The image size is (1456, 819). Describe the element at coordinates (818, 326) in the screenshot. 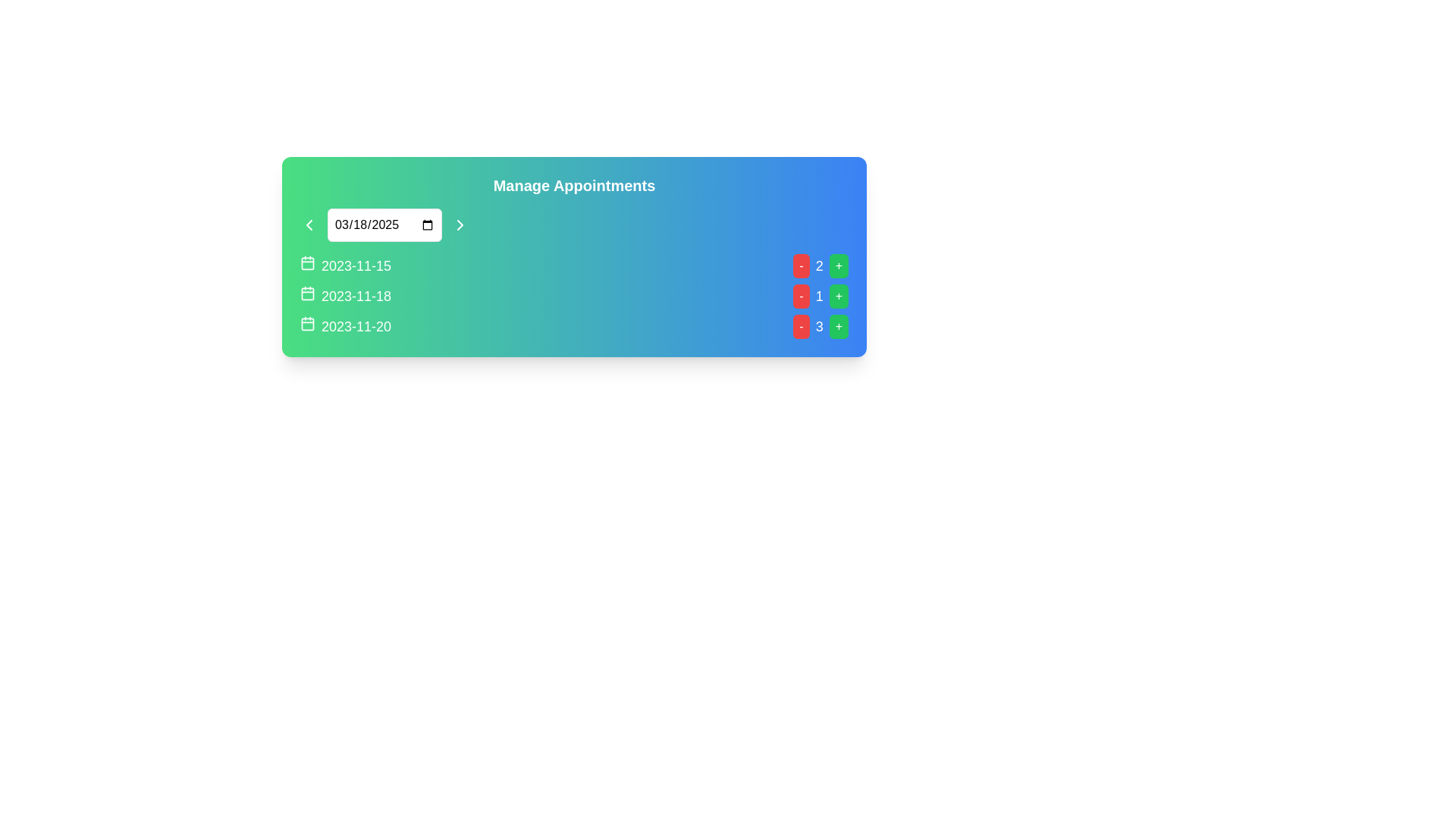

I see `the static text label displaying the number '3', which is centrally aligned between the decrement button '-' and the increment button '+', within a vertically stacked group of similar components` at that location.